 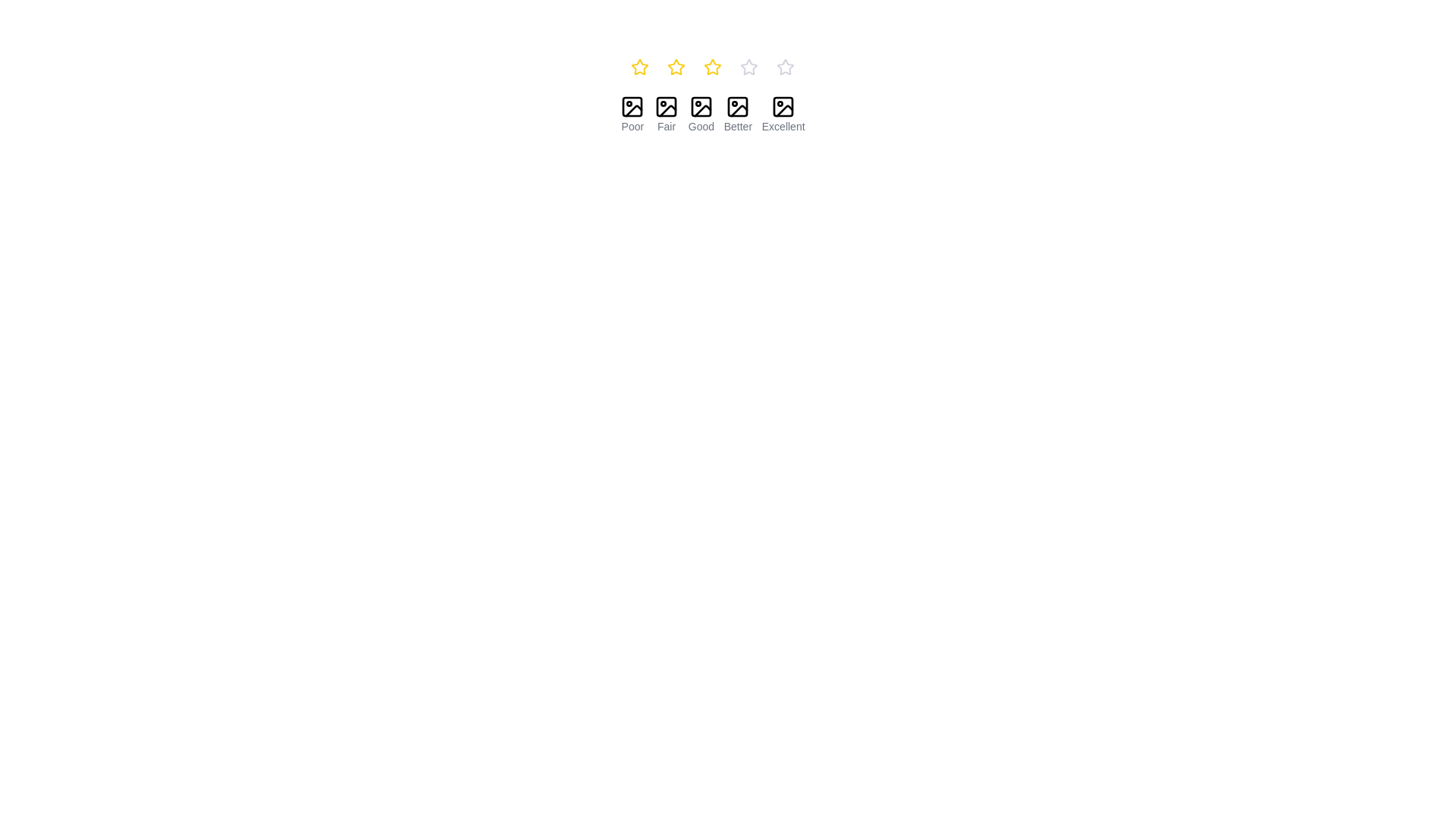 What do you see at coordinates (712, 66) in the screenshot?
I see `the third yellow star icon in the rating bar` at bounding box center [712, 66].